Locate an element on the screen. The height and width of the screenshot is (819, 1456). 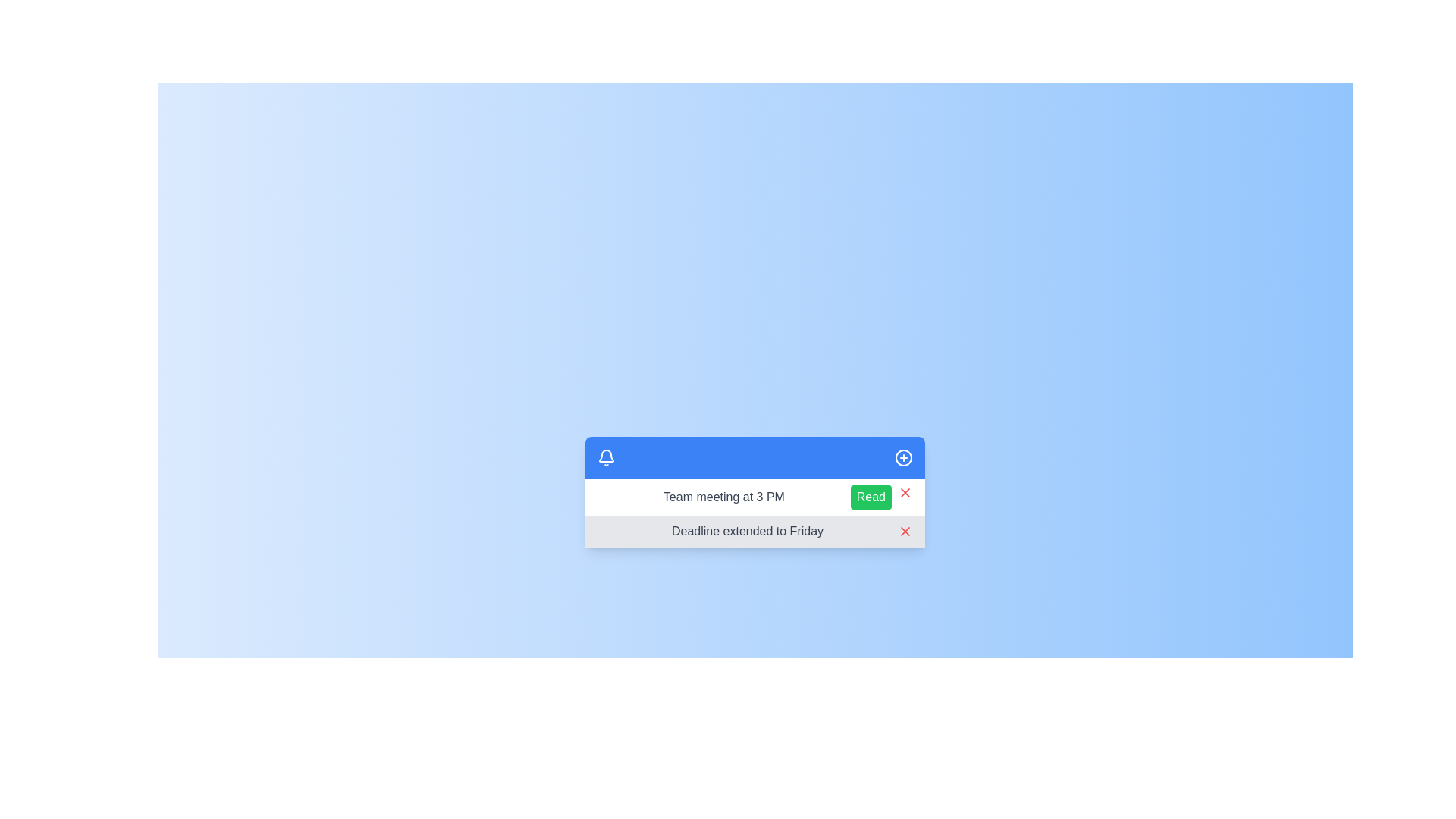
the lower section of the bell icon is located at coordinates (607, 455).